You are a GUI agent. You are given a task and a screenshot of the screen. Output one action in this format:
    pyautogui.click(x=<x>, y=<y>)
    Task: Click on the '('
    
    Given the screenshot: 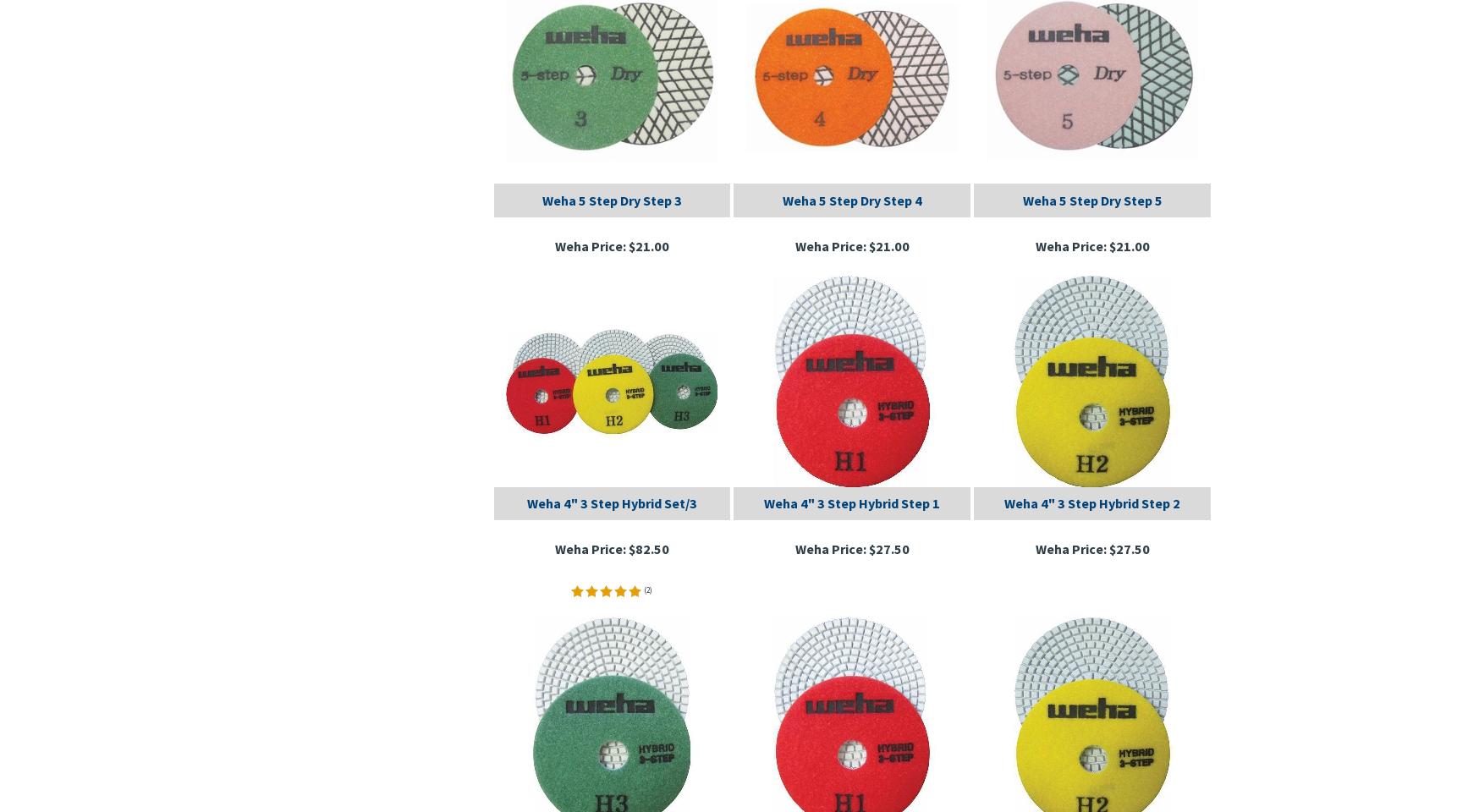 What is the action you would take?
    pyautogui.click(x=645, y=589)
    